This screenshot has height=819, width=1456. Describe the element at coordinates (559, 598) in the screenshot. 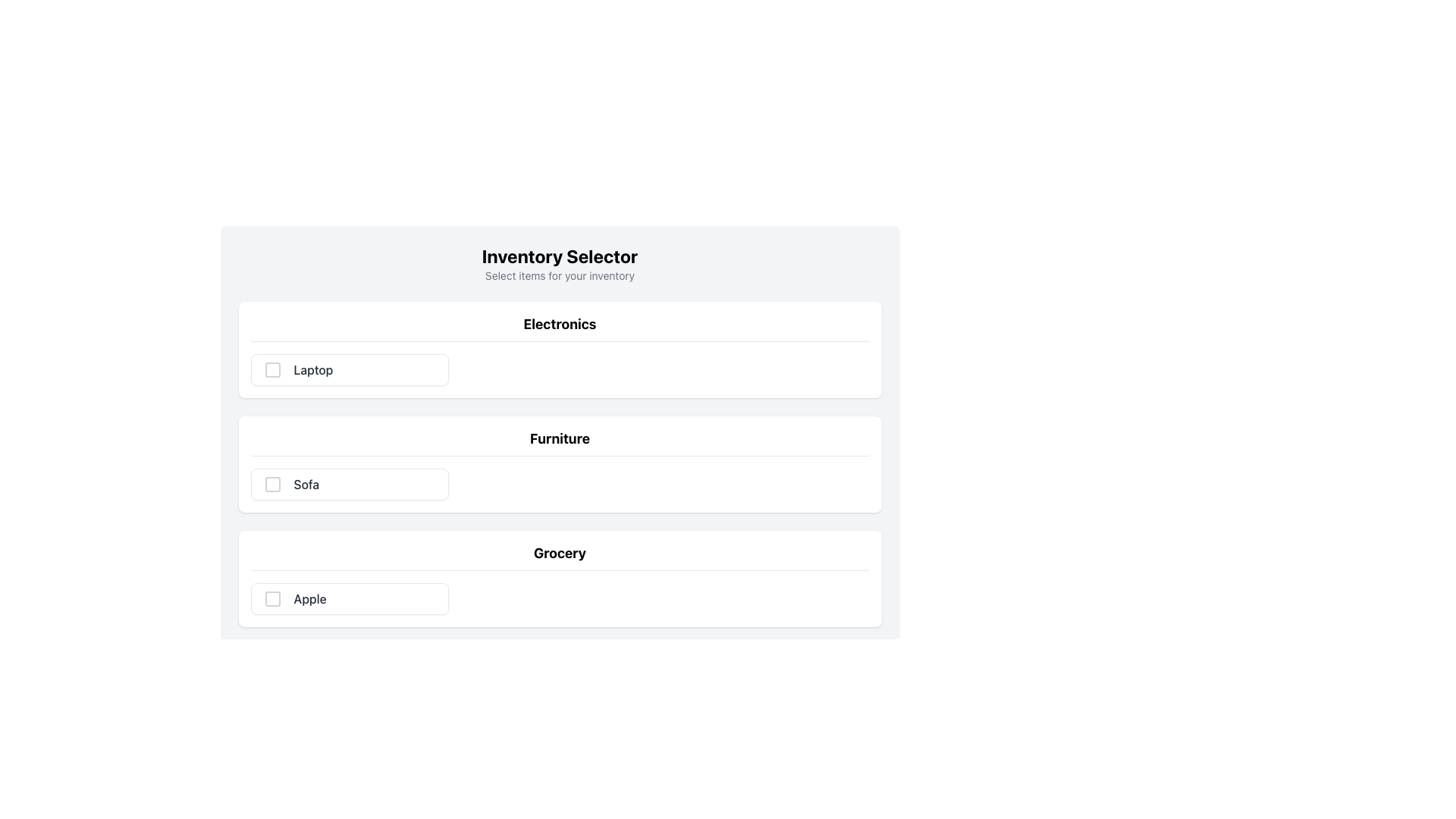

I see `the checkbox for the 'Apple' item in the 'Grocery' section` at that location.